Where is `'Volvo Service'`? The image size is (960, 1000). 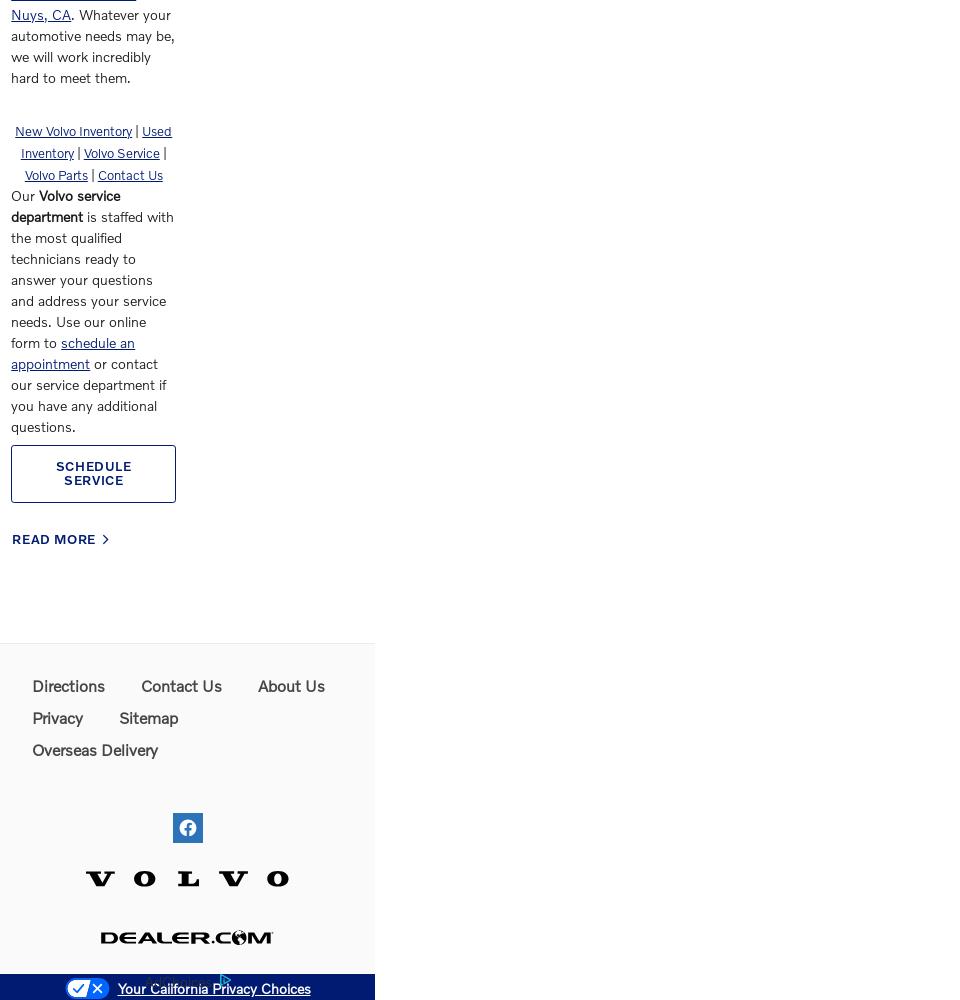 'Volvo Service' is located at coordinates (120, 153).